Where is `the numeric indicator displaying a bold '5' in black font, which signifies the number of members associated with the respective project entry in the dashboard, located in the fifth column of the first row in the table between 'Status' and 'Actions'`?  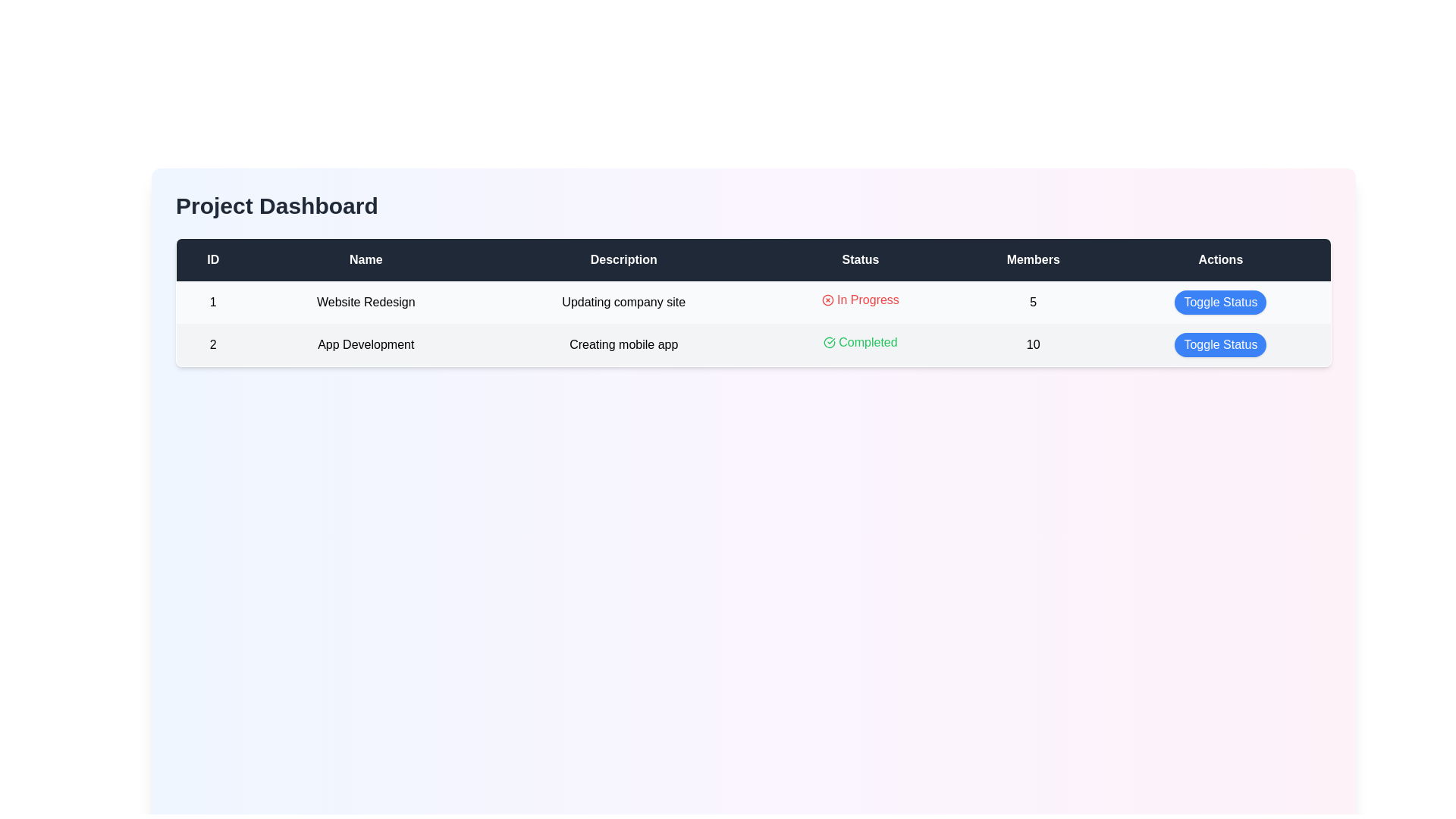 the numeric indicator displaying a bold '5' in black font, which signifies the number of members associated with the respective project entry in the dashboard, located in the fifth column of the first row in the table between 'Status' and 'Actions' is located at coordinates (1032, 302).